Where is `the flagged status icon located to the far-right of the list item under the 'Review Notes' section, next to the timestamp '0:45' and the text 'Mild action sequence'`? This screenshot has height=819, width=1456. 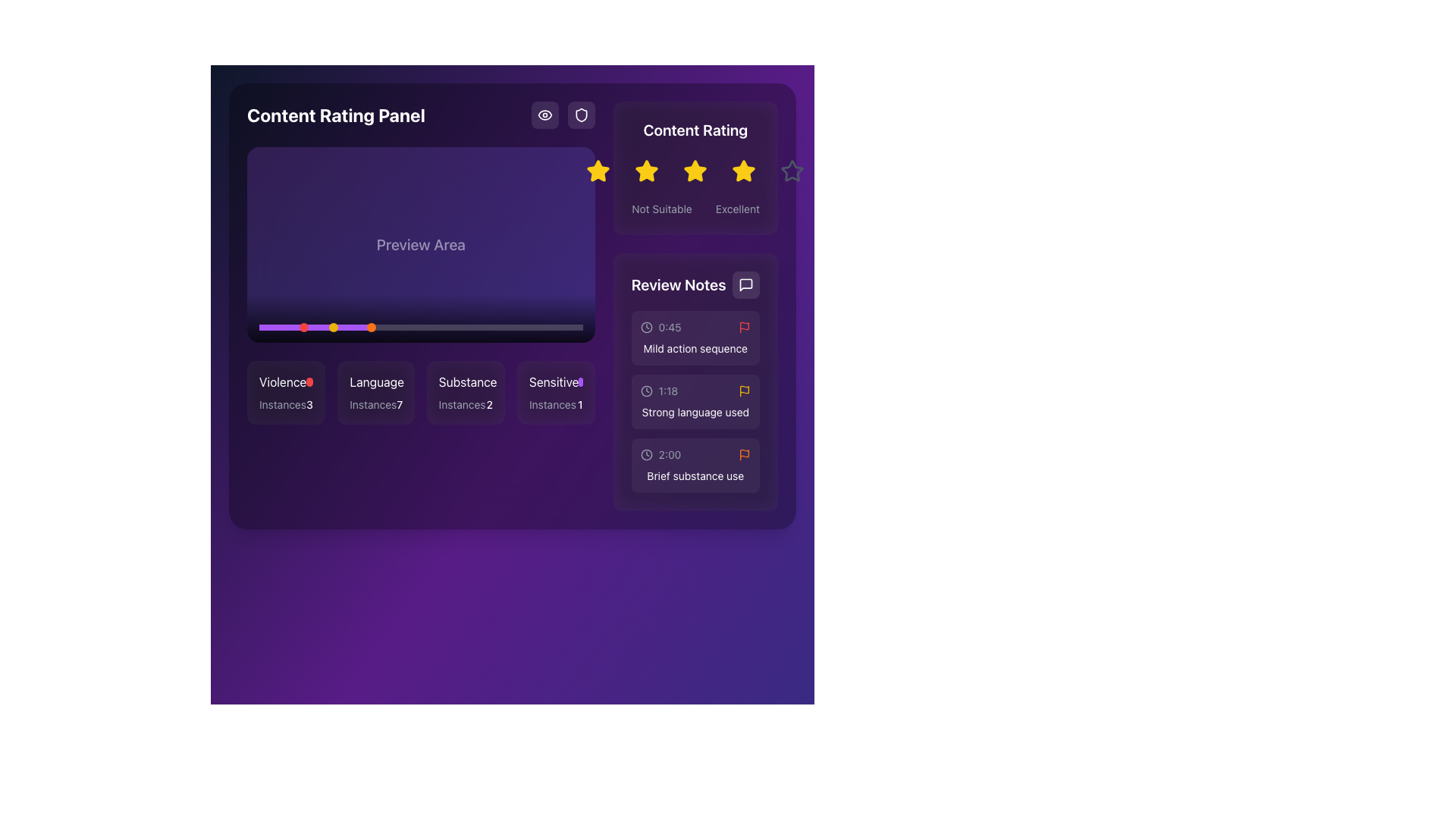
the flagged status icon located to the far-right of the list item under the 'Review Notes' section, next to the timestamp '0:45' and the text 'Mild action sequence' is located at coordinates (744, 327).